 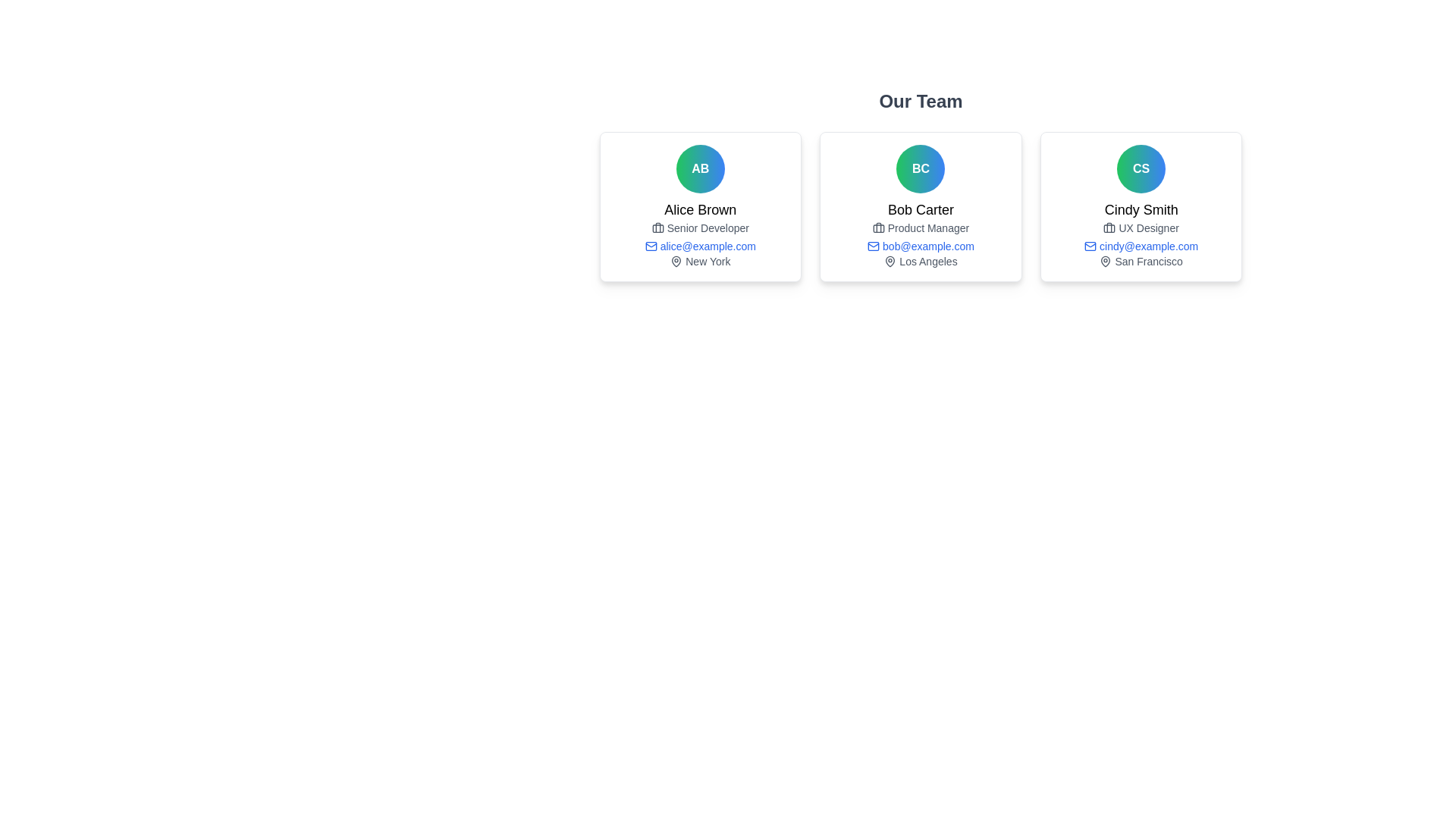 What do you see at coordinates (657, 227) in the screenshot?
I see `the 'Senior Developer' icon representing Alice Brown's professional role, located to the left of the text in the first card of the grid layout` at bounding box center [657, 227].